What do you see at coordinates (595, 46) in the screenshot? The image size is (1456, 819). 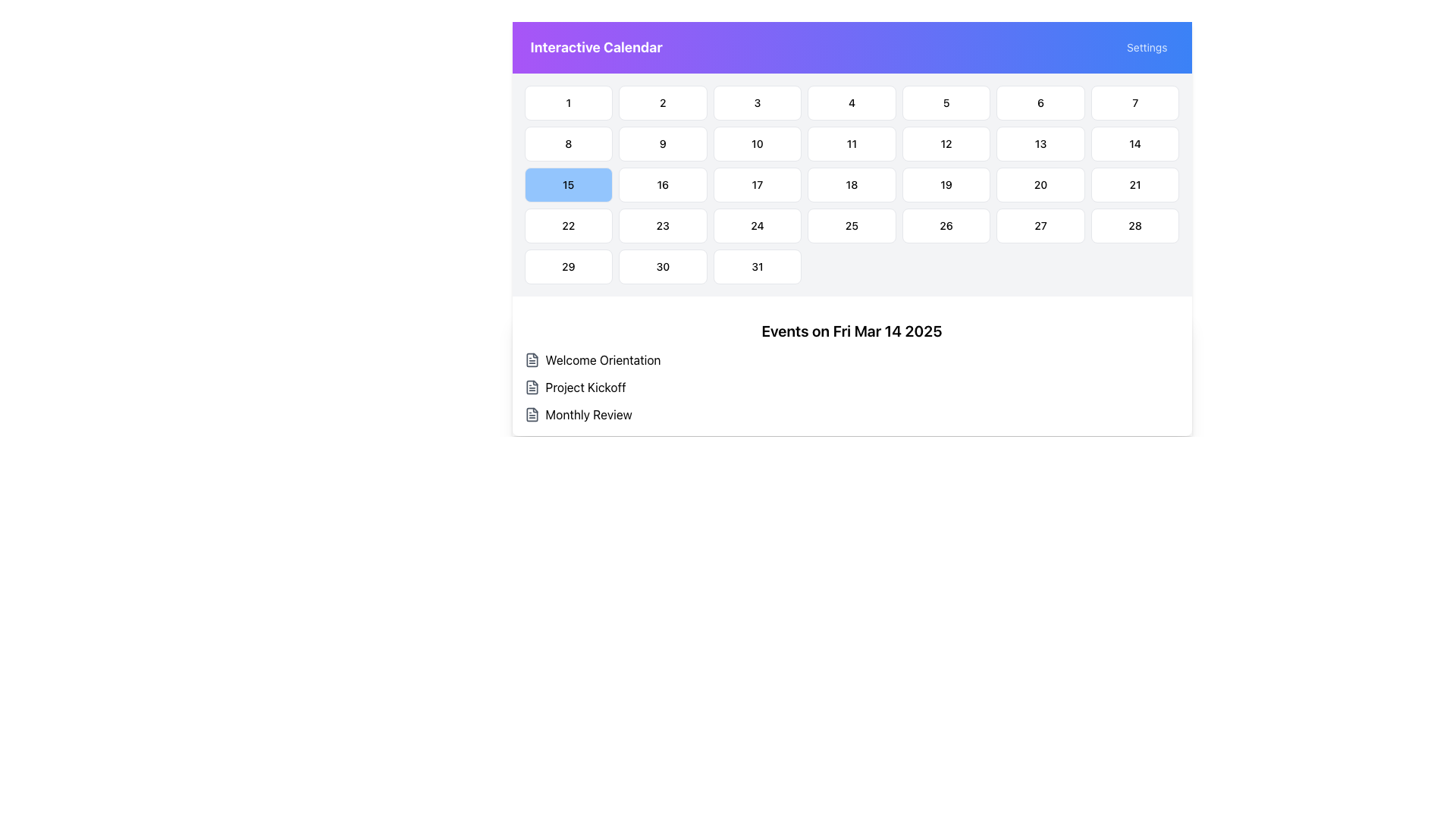 I see `the bold, white text label displaying 'Interactive Calendar' located at the top-left corner of the header section` at bounding box center [595, 46].